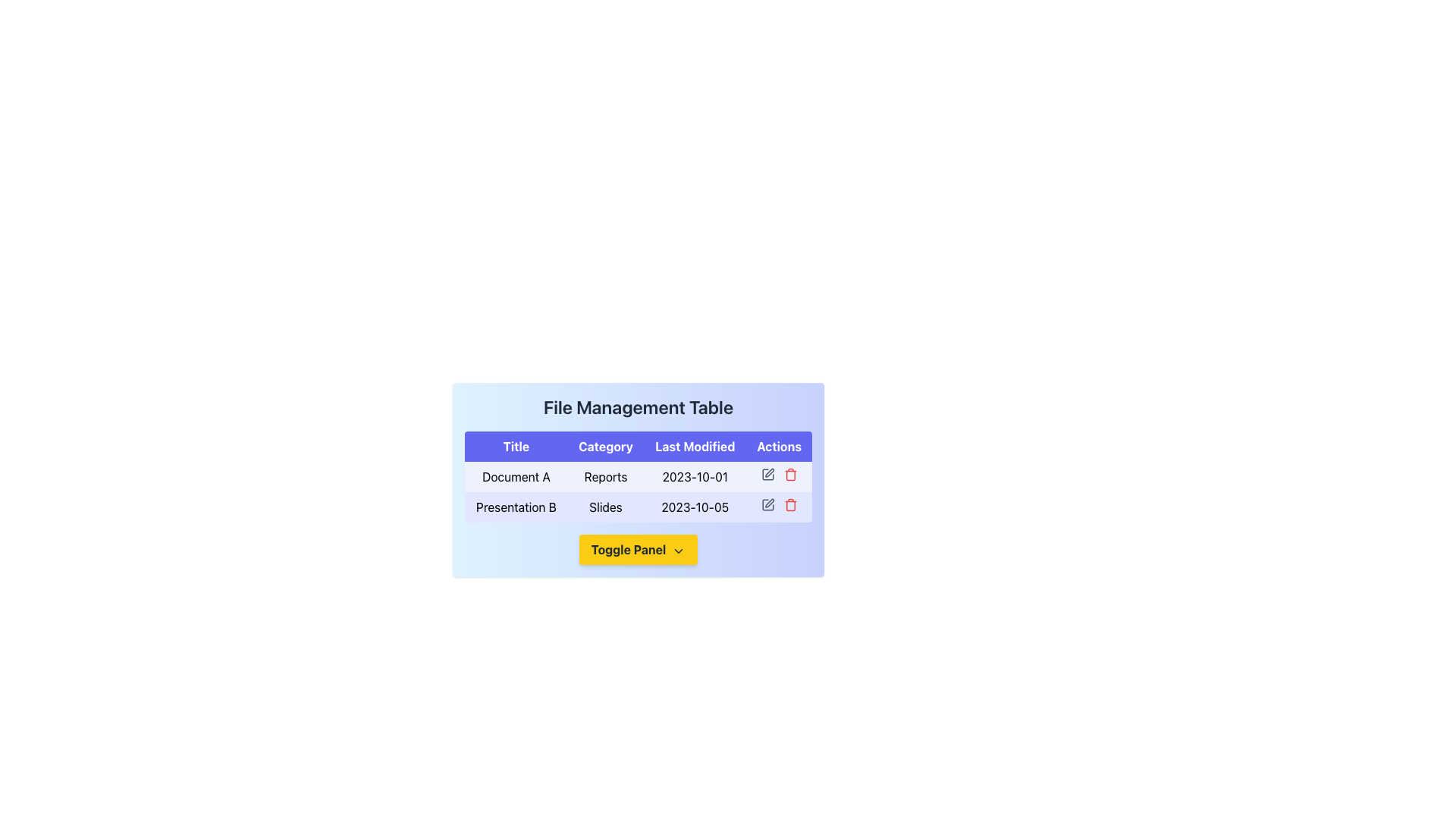 This screenshot has height=819, width=1456. I want to click on the 'Actions' label, which is a rectangular area with a solid purple background and contains white text, located in the header row of the 'File Management Table' as the fourth column header, so click(779, 446).